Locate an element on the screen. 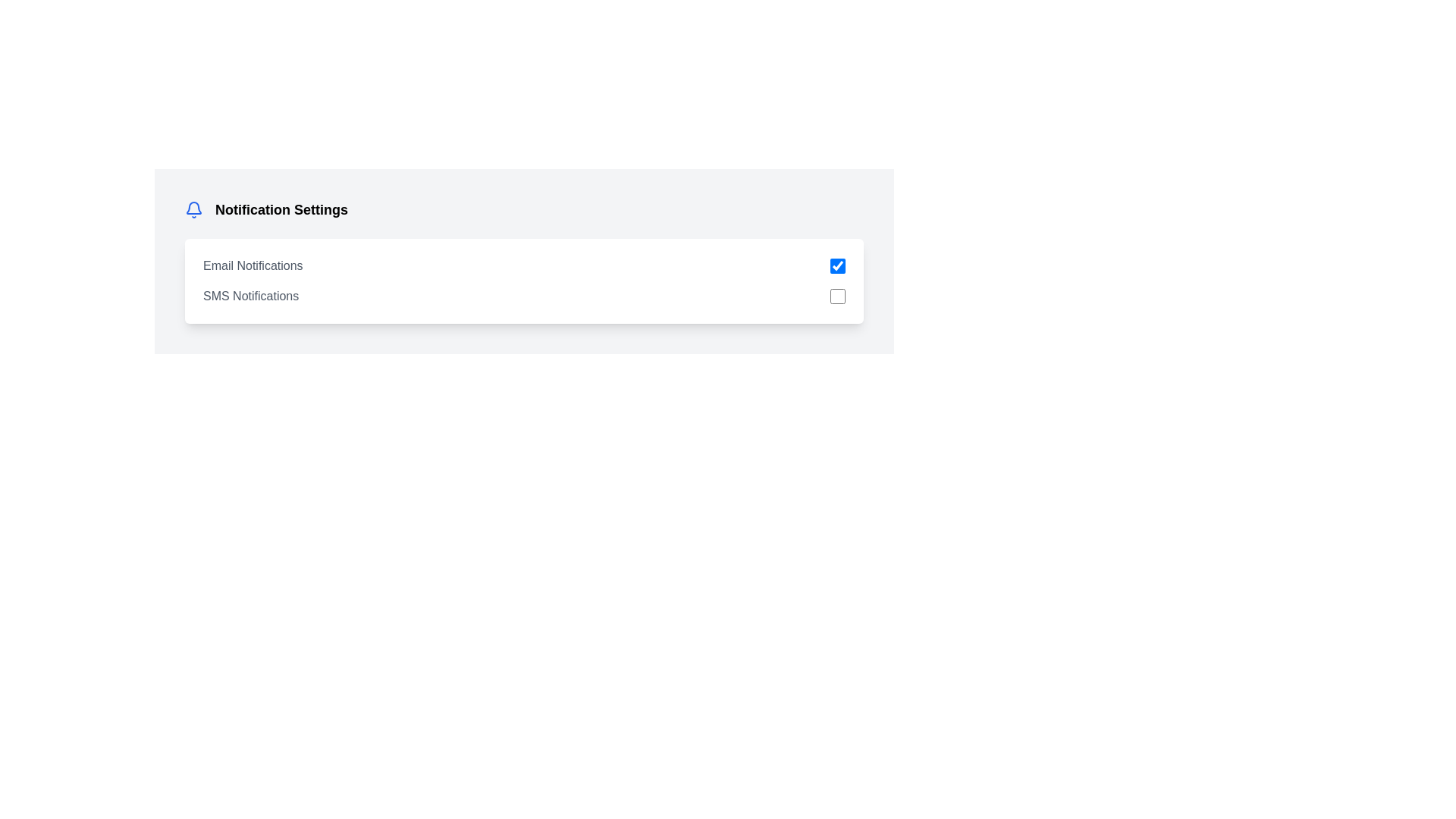  the static text label reading 'SMS Notifications' which is located in the notification settings section, specifically the second row on the left side is located at coordinates (251, 296).